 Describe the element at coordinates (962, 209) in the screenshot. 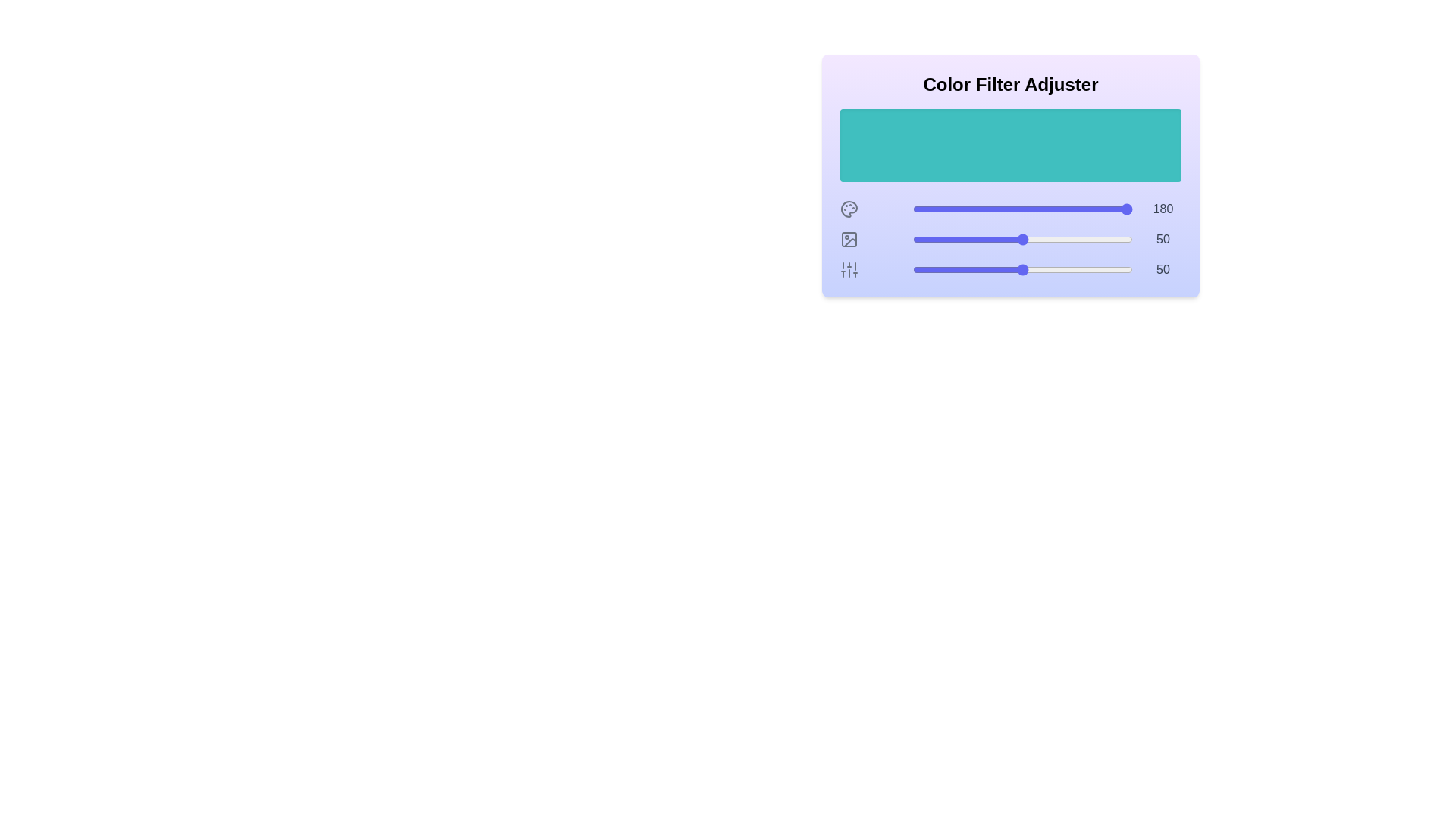

I see `the 0 slider to 23 to observe the color preview area` at that location.